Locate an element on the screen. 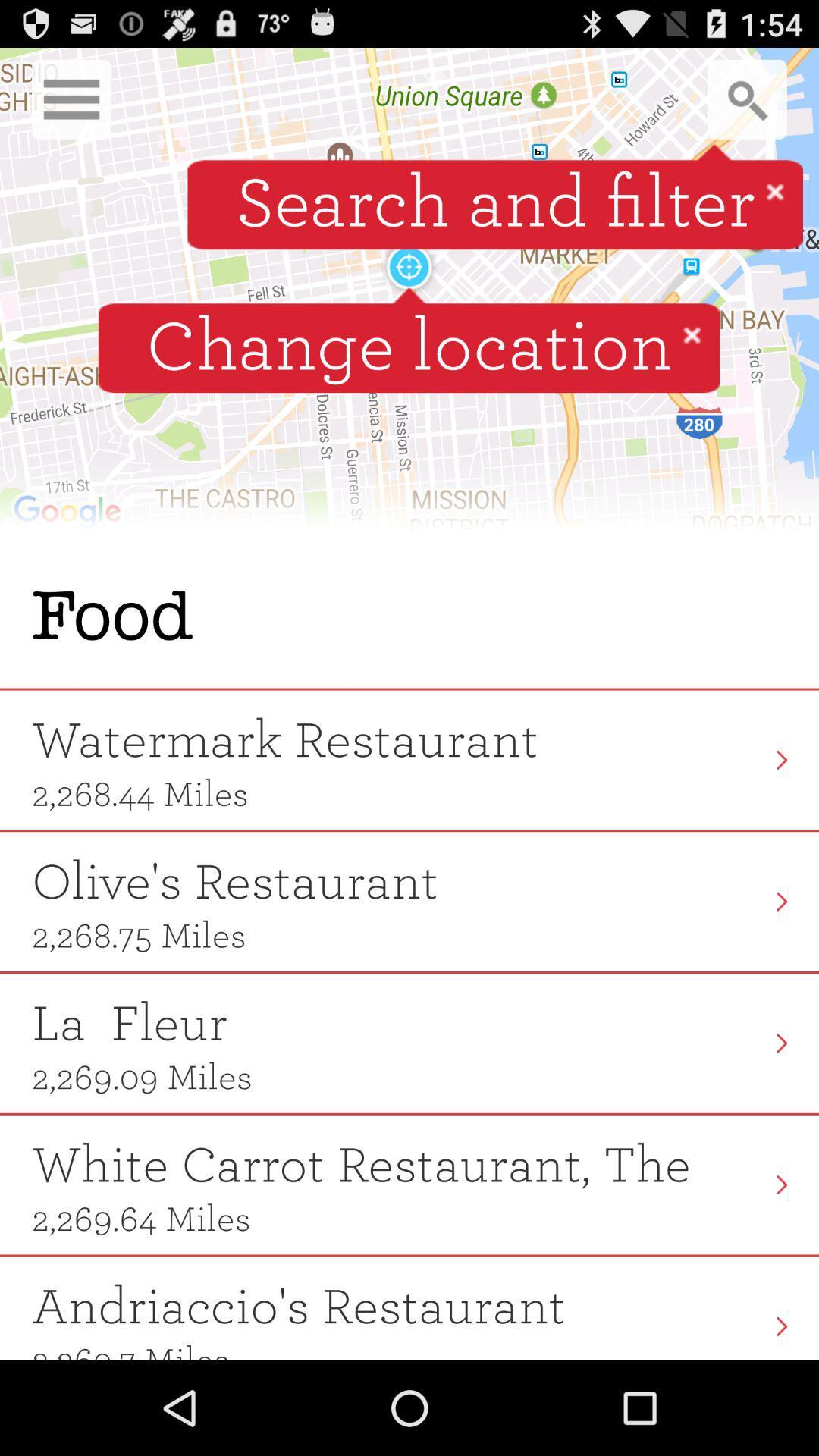  search button is located at coordinates (746, 99).